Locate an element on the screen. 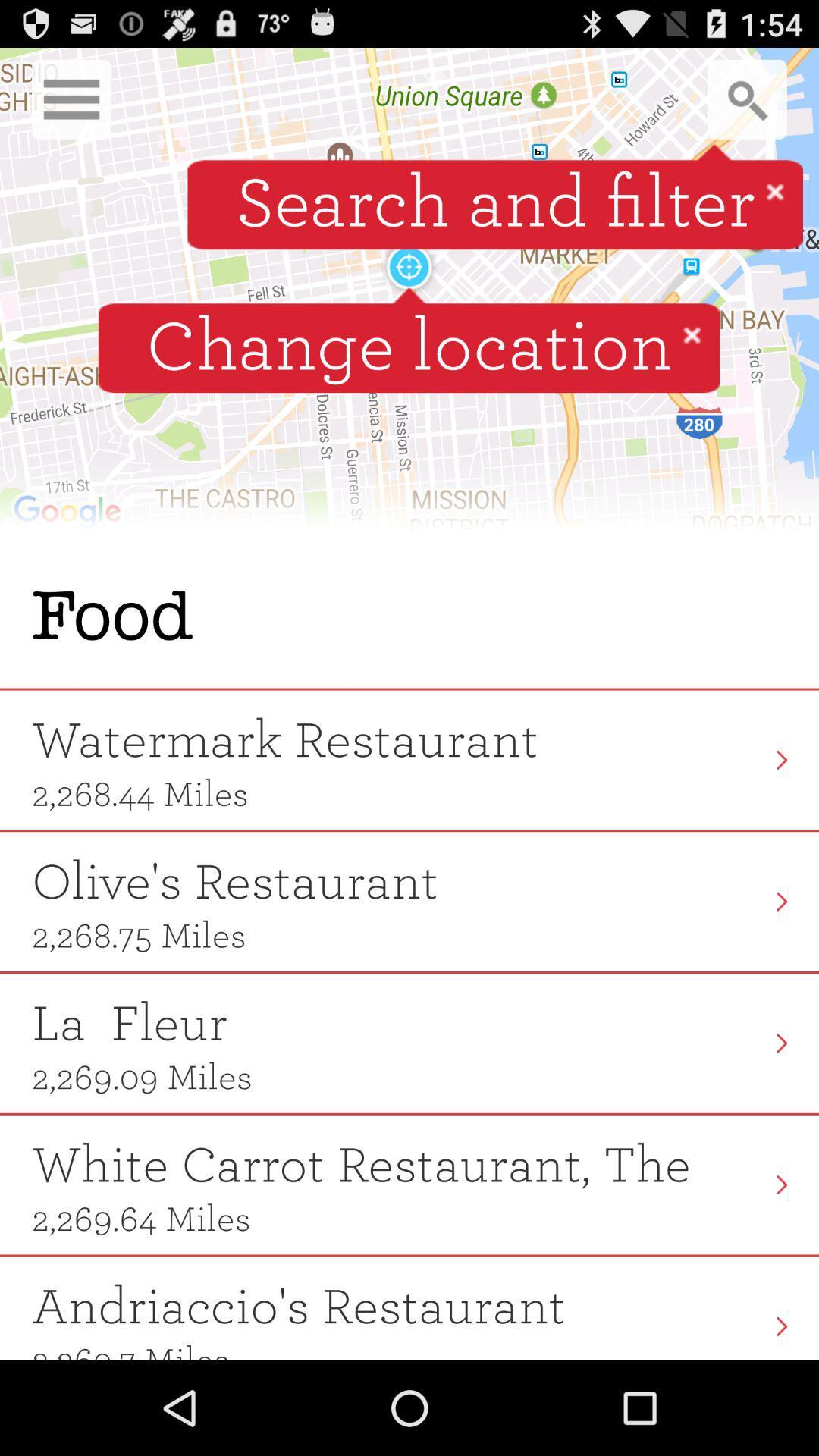  search button is located at coordinates (746, 99).